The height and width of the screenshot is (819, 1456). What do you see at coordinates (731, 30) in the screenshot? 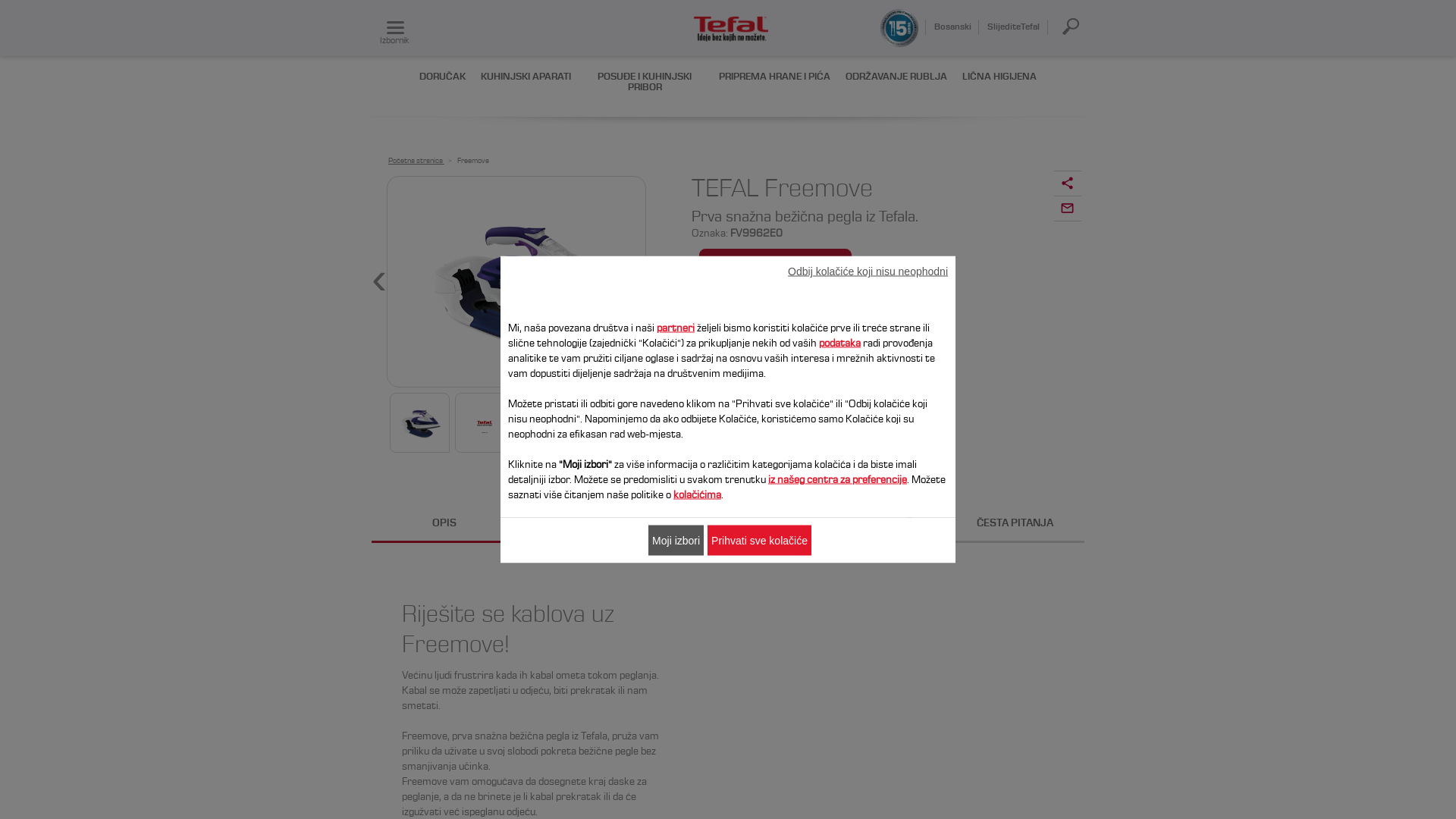
I see `'Logo-Tefal-BA.png'` at bounding box center [731, 30].